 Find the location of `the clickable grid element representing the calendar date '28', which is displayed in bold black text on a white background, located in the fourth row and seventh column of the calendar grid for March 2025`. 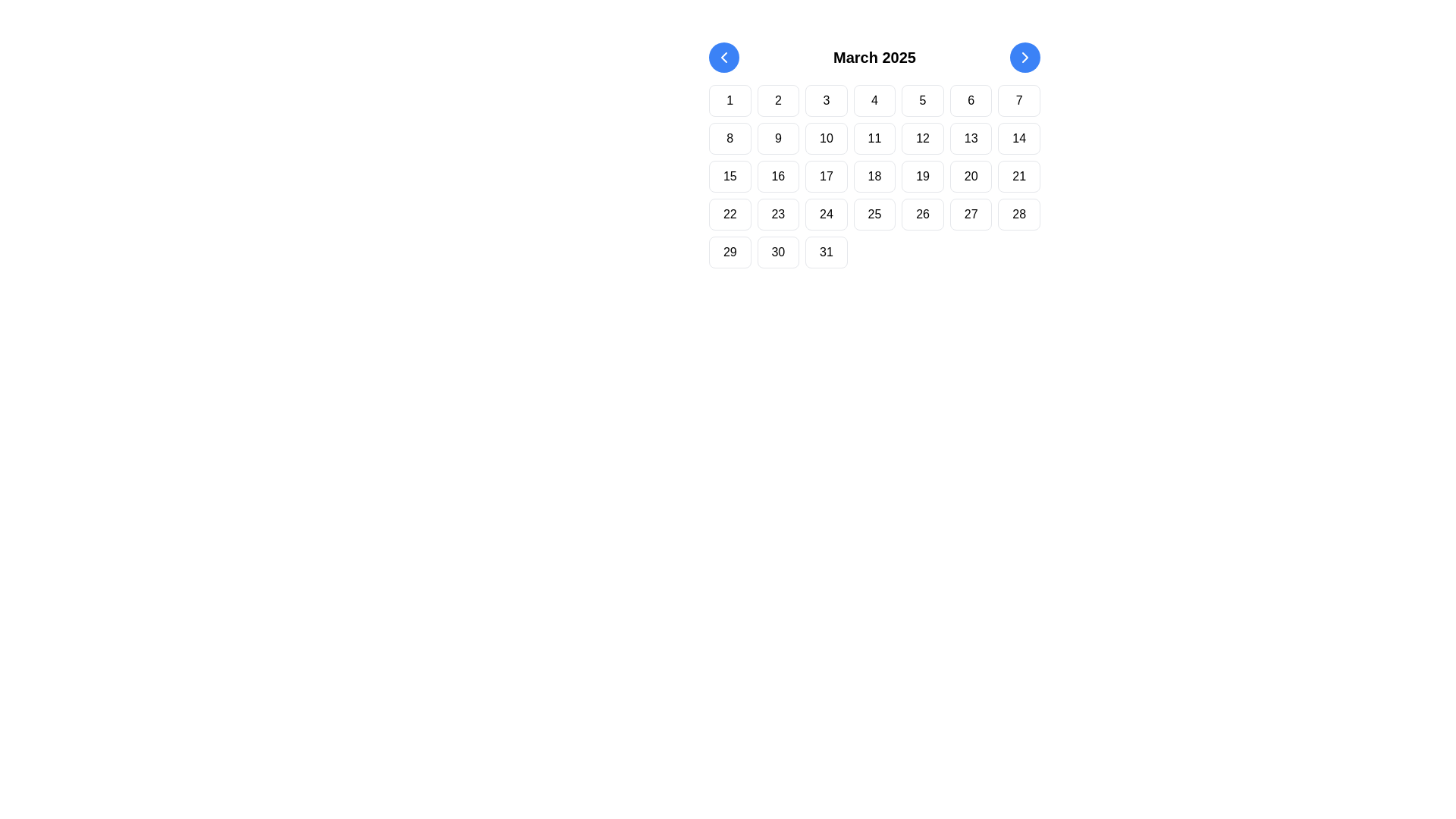

the clickable grid element representing the calendar date '28', which is displayed in bold black text on a white background, located in the fourth row and seventh column of the calendar grid for March 2025 is located at coordinates (1019, 214).